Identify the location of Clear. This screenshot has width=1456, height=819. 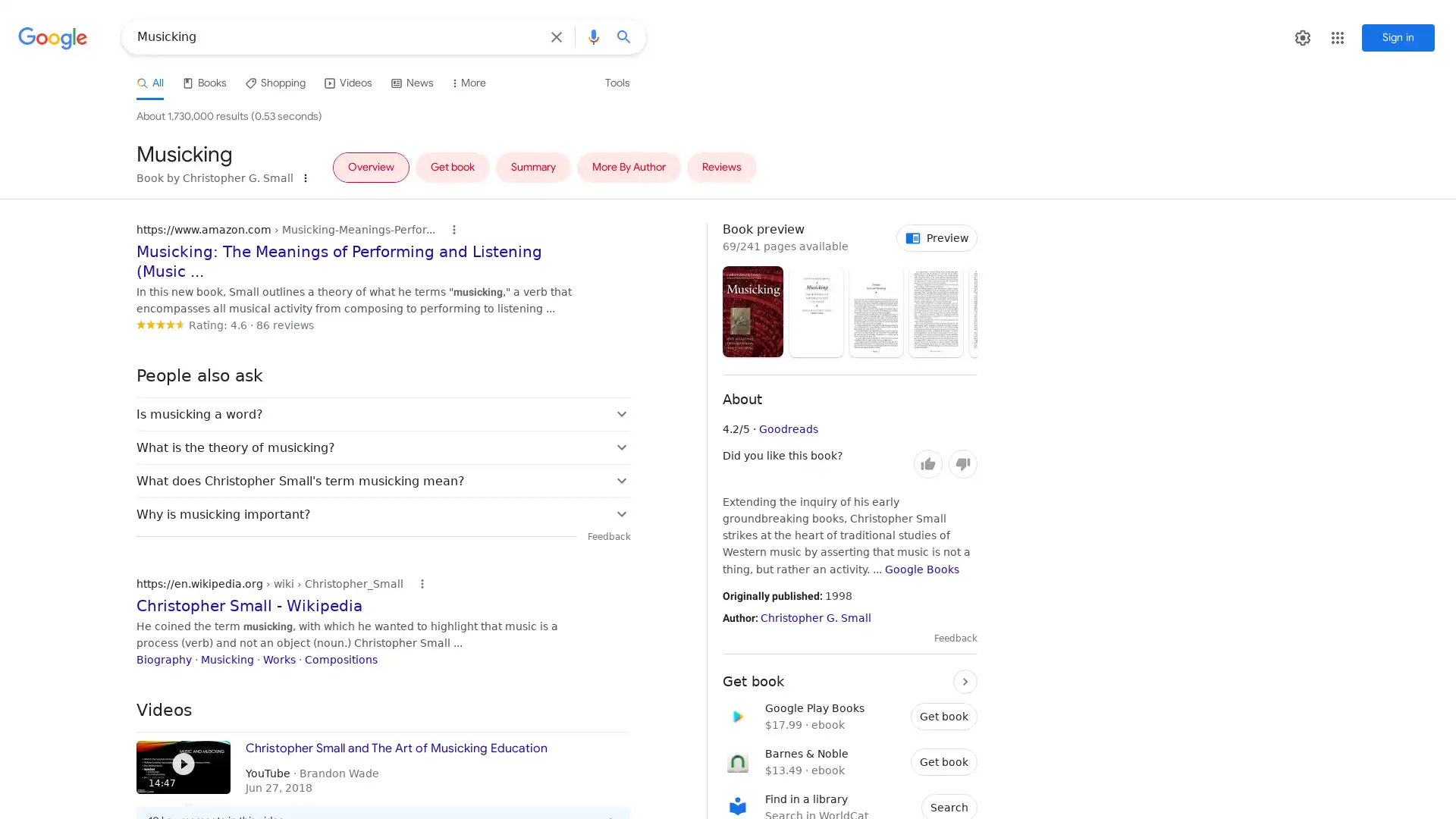
(556, 36).